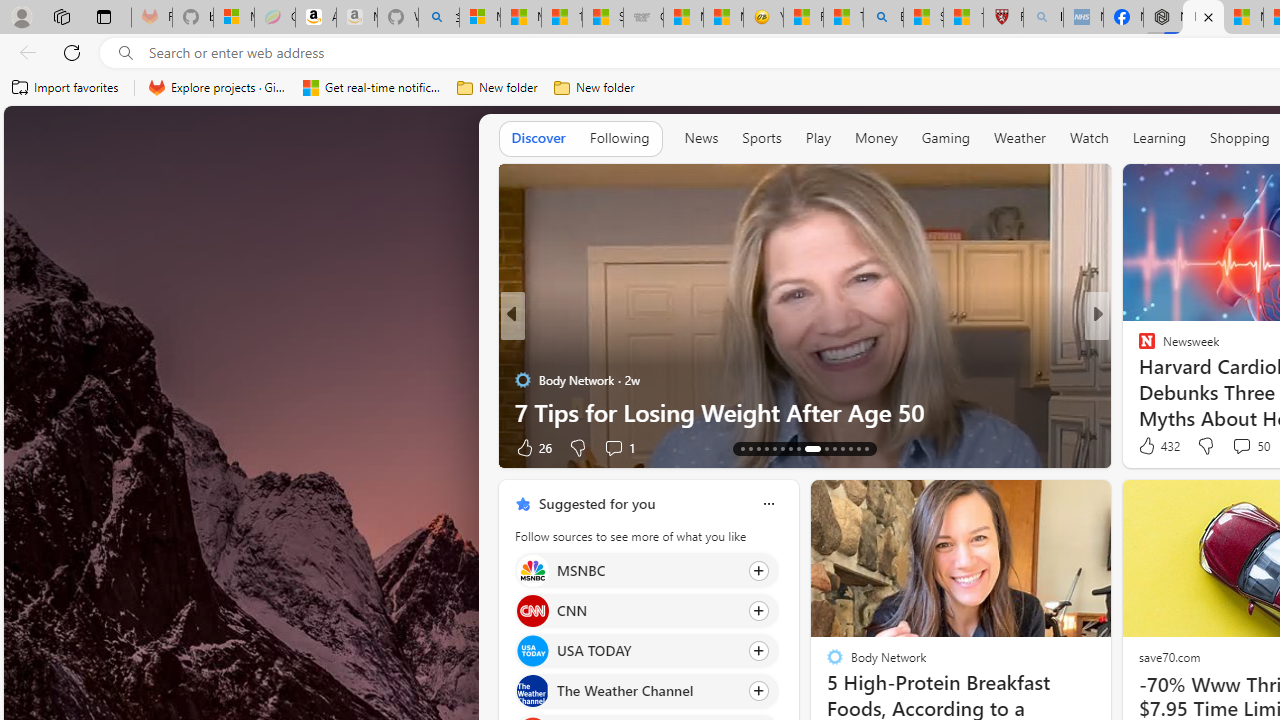 Image resolution: width=1280 pixels, height=720 pixels. What do you see at coordinates (876, 137) in the screenshot?
I see `'Money'` at bounding box center [876, 137].